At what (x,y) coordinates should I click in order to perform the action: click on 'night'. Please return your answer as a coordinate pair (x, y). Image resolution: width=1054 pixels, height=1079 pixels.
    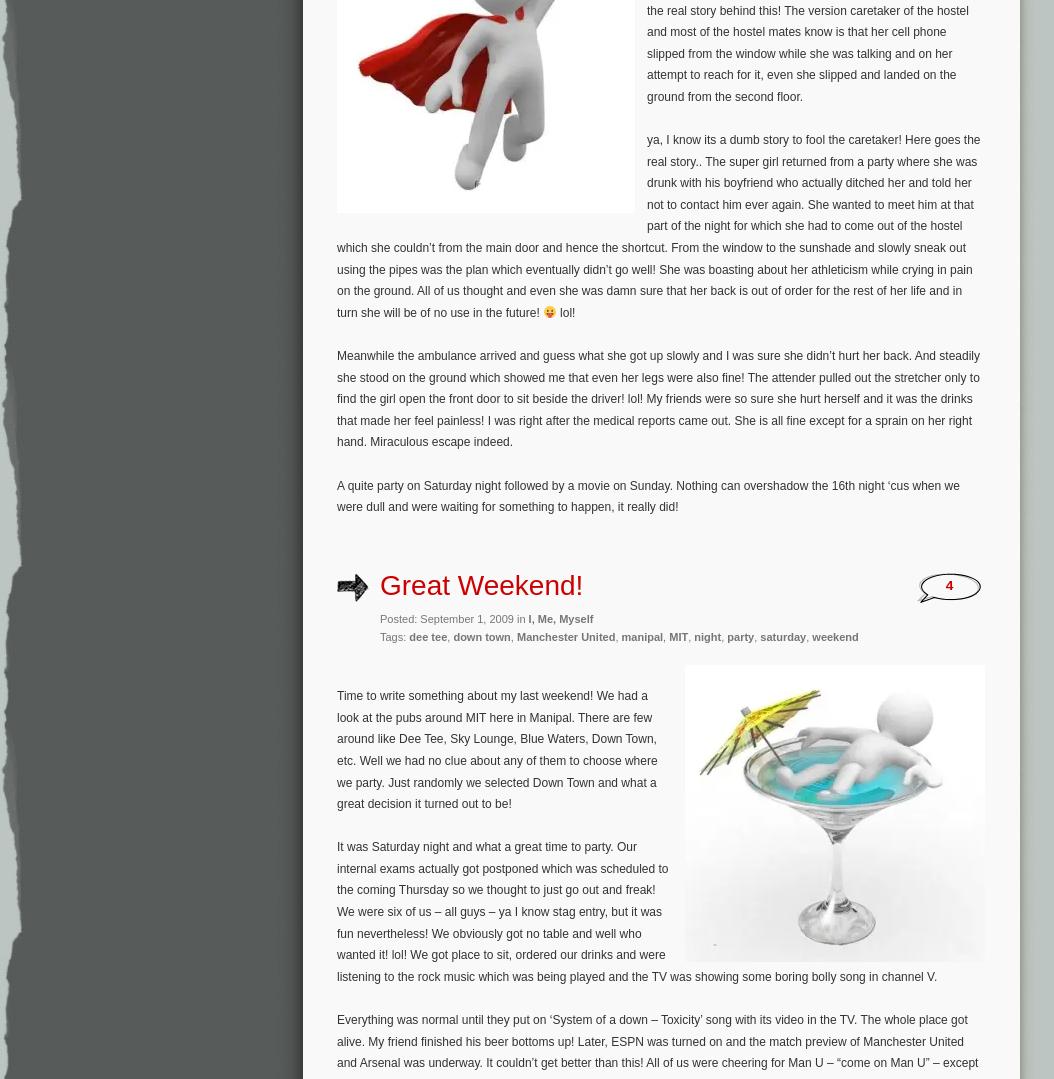
    Looking at the image, I should click on (706, 634).